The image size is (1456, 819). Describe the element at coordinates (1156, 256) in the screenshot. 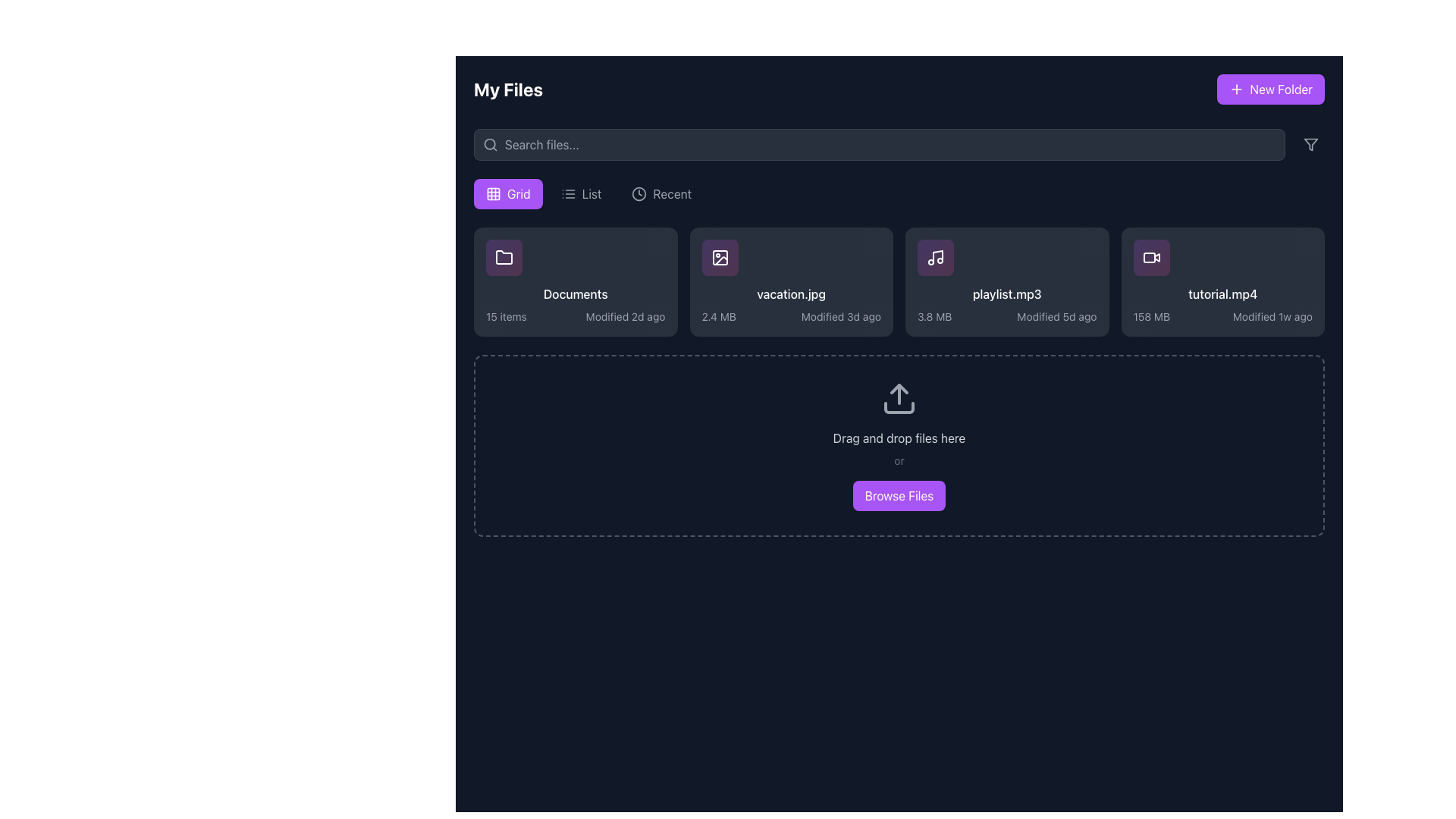

I see `the play icon within the video representation of the 'tutorial.mp4' file, which is a small triangular shape with a red hue, located on the rightmost side of the grid row of files` at that location.